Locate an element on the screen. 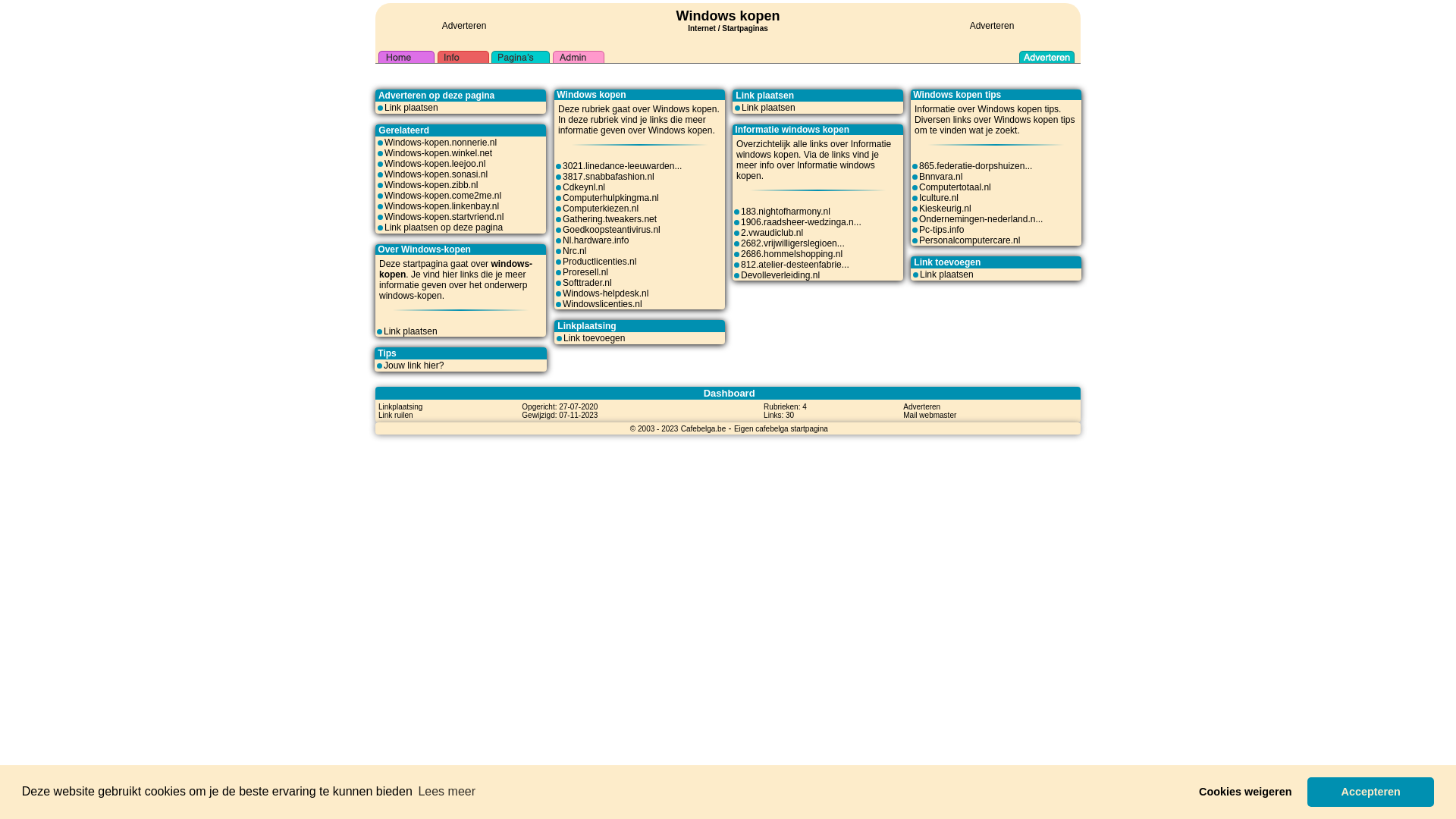 This screenshot has height=819, width=1456. 'Windows-kopen.nonnerie.nl' is located at coordinates (439, 143).